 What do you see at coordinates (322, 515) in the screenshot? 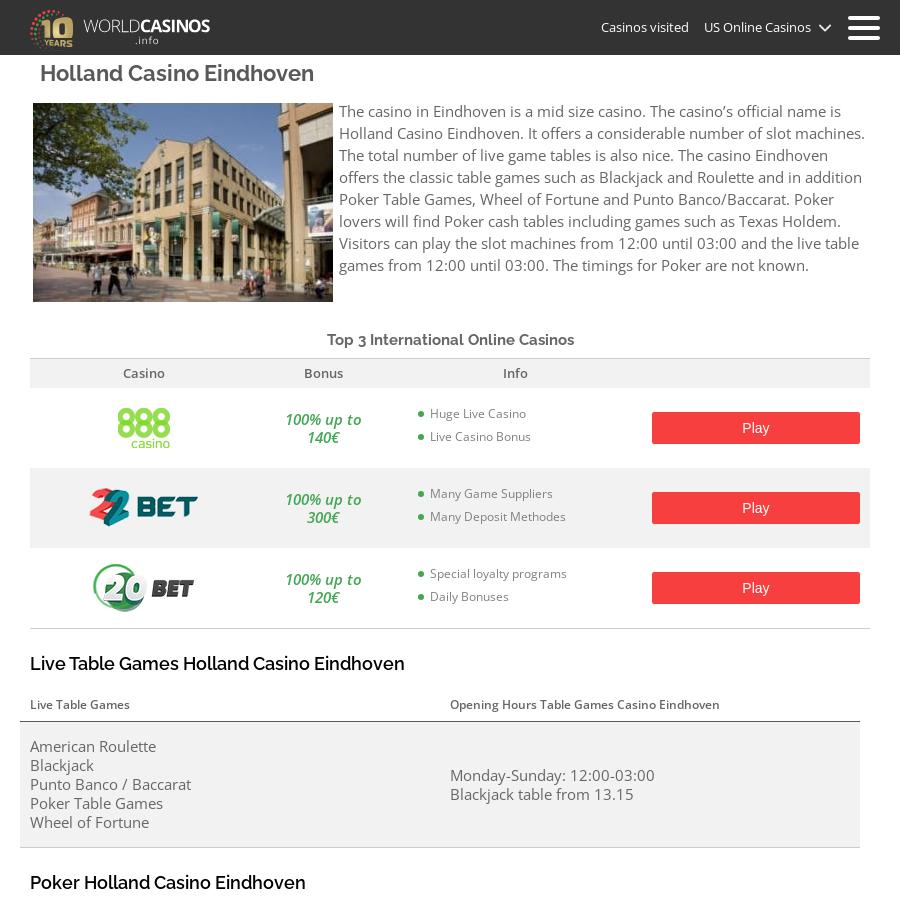
I see `'300€'` at bounding box center [322, 515].